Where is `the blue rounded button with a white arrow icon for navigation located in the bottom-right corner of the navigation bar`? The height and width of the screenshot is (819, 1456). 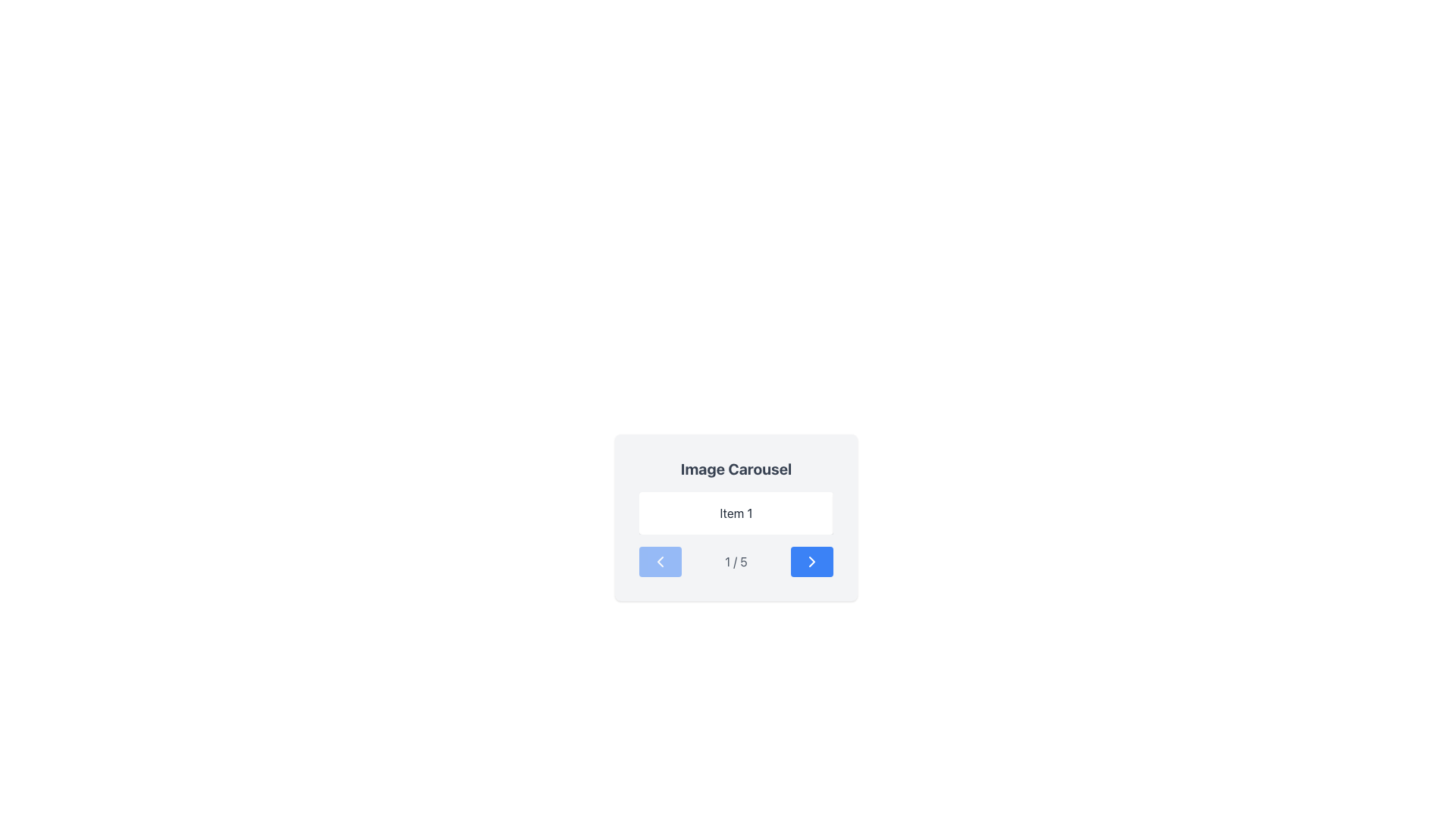 the blue rounded button with a white arrow icon for navigation located in the bottom-right corner of the navigation bar is located at coordinates (811, 561).